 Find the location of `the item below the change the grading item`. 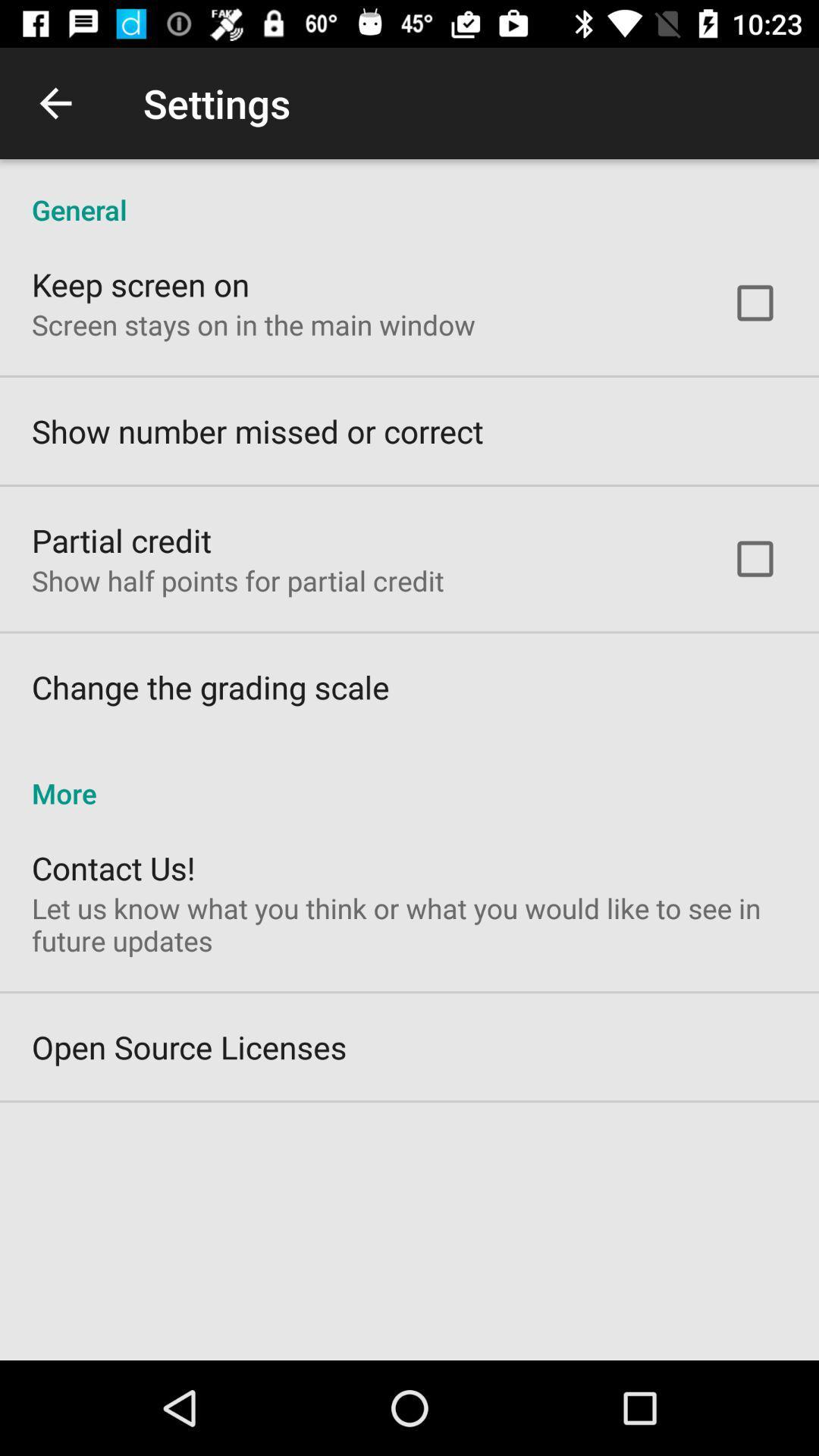

the item below the change the grading item is located at coordinates (409, 777).